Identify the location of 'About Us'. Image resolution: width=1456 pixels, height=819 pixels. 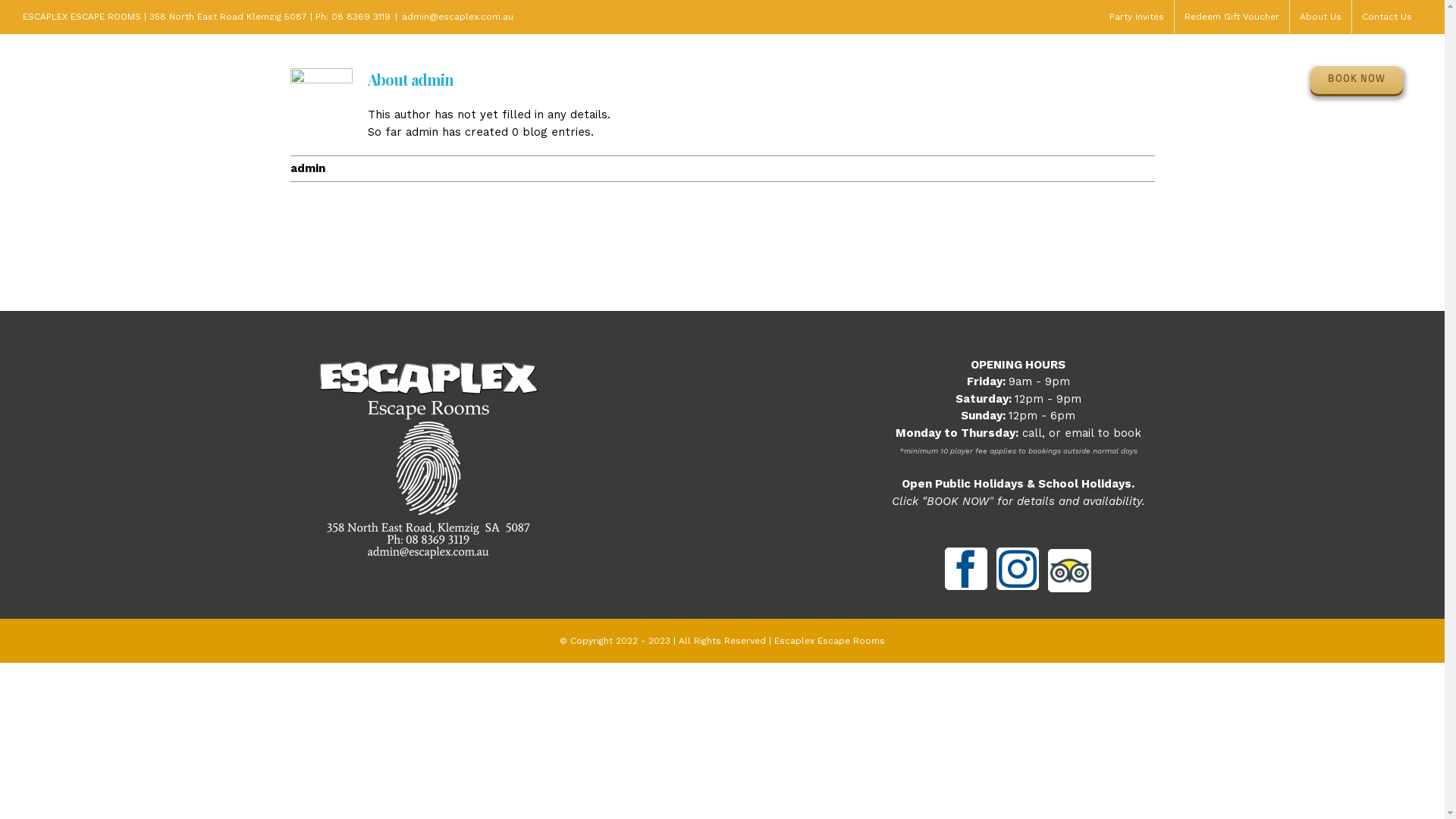
(1319, 17).